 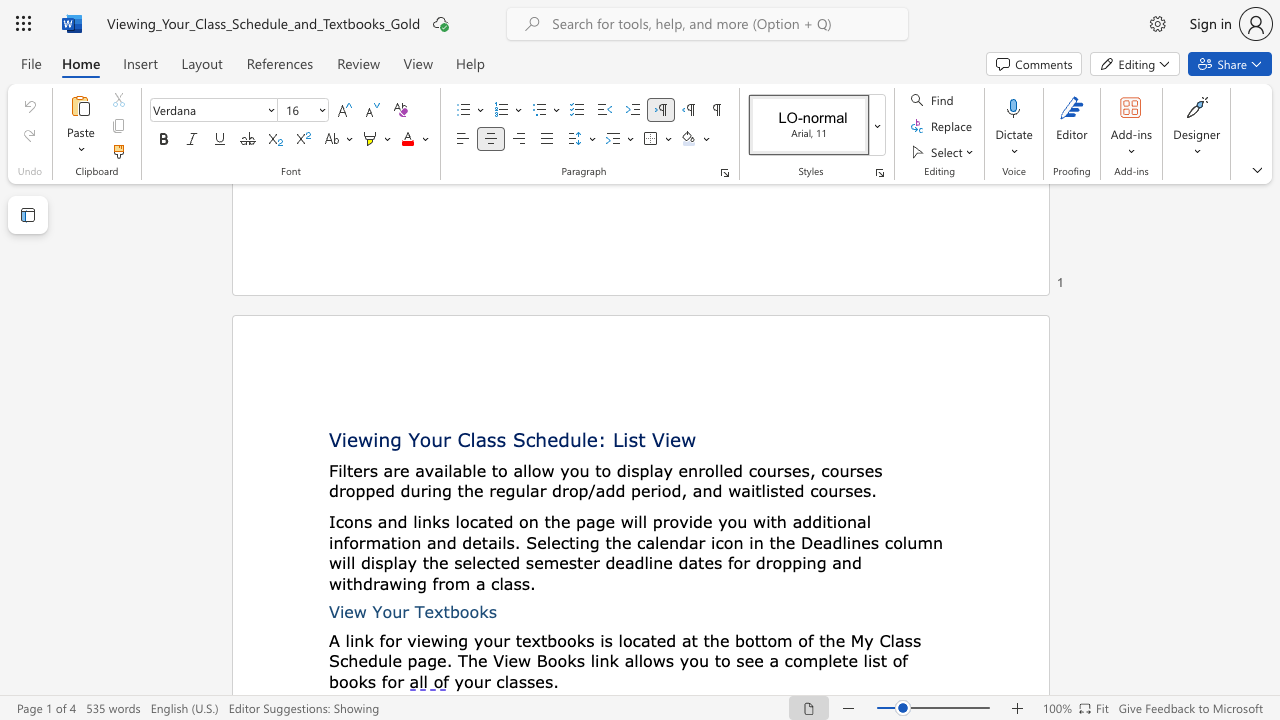 I want to click on the subset text "ll provi" within the text "on the page will provide you with", so click(x=637, y=521).